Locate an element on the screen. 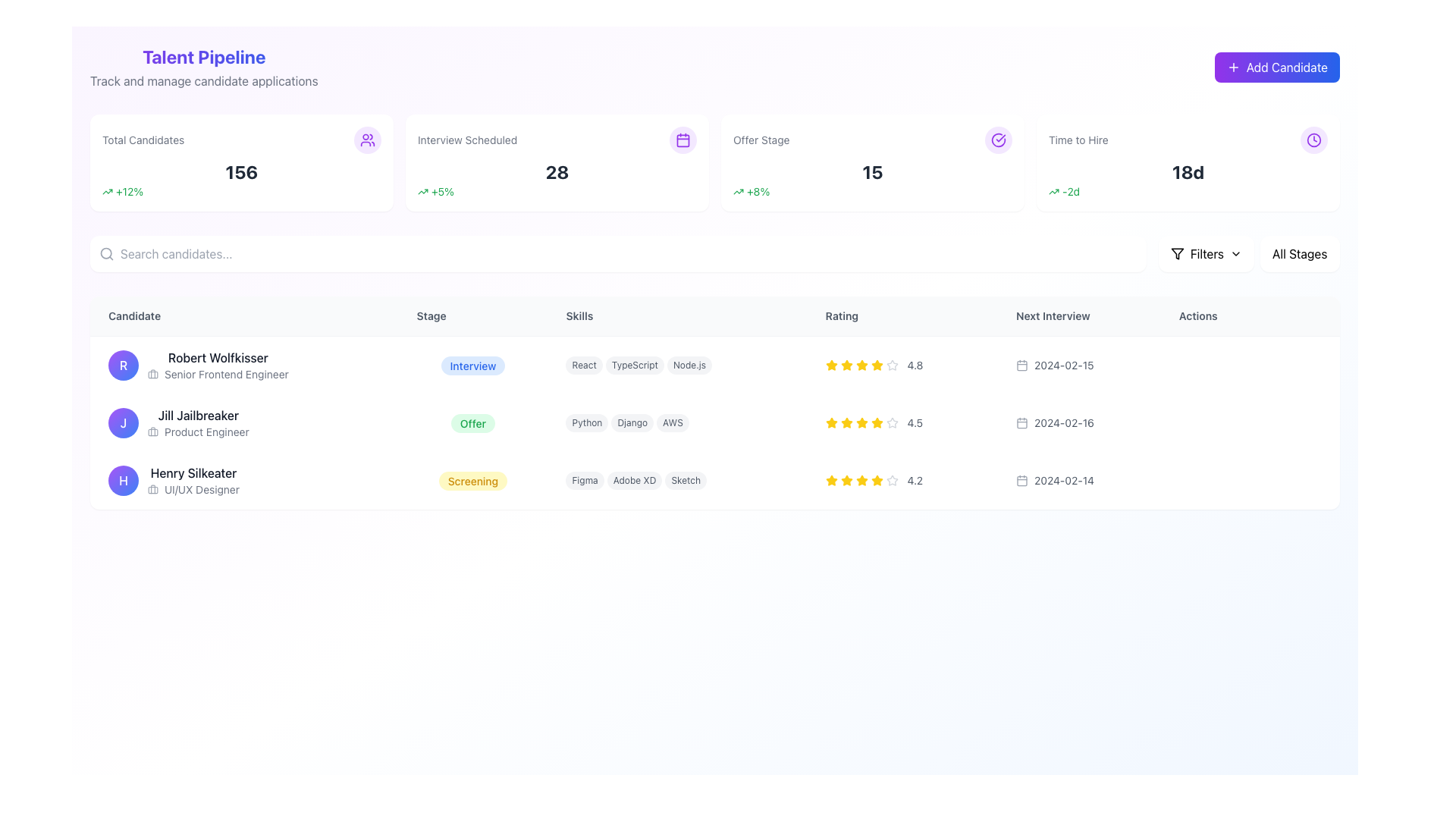 The image size is (1456, 819). text from the third skill tag in the 'Skills' column for the candidate 'Robert Wolfkisser', which is located after the 'React' and 'TypeScript' tags is located at coordinates (689, 366).